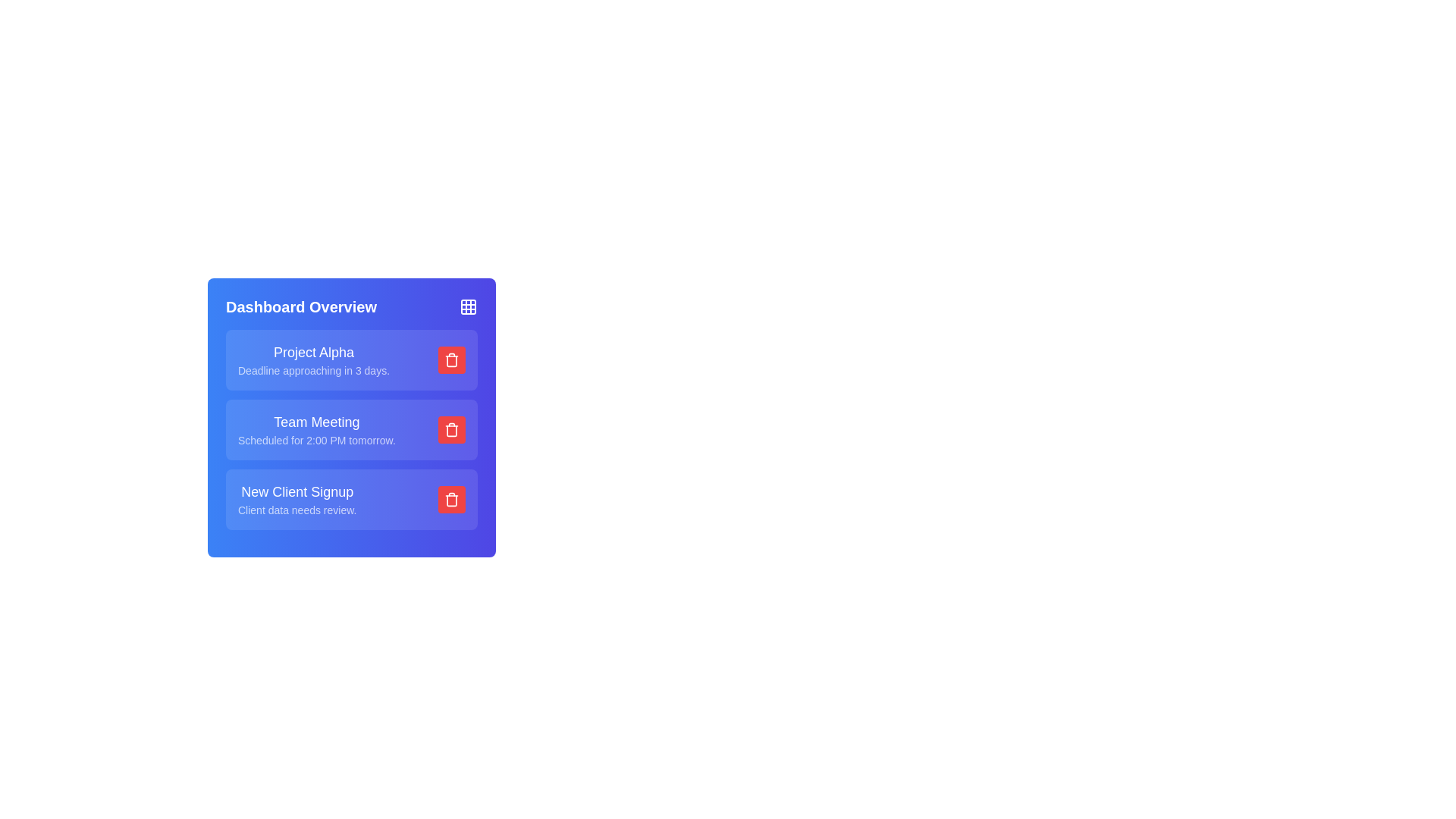  Describe the element at coordinates (450, 500) in the screenshot. I see `the trash icon within the red button on the right-hand side of the 'New Client Signup' card` at that location.